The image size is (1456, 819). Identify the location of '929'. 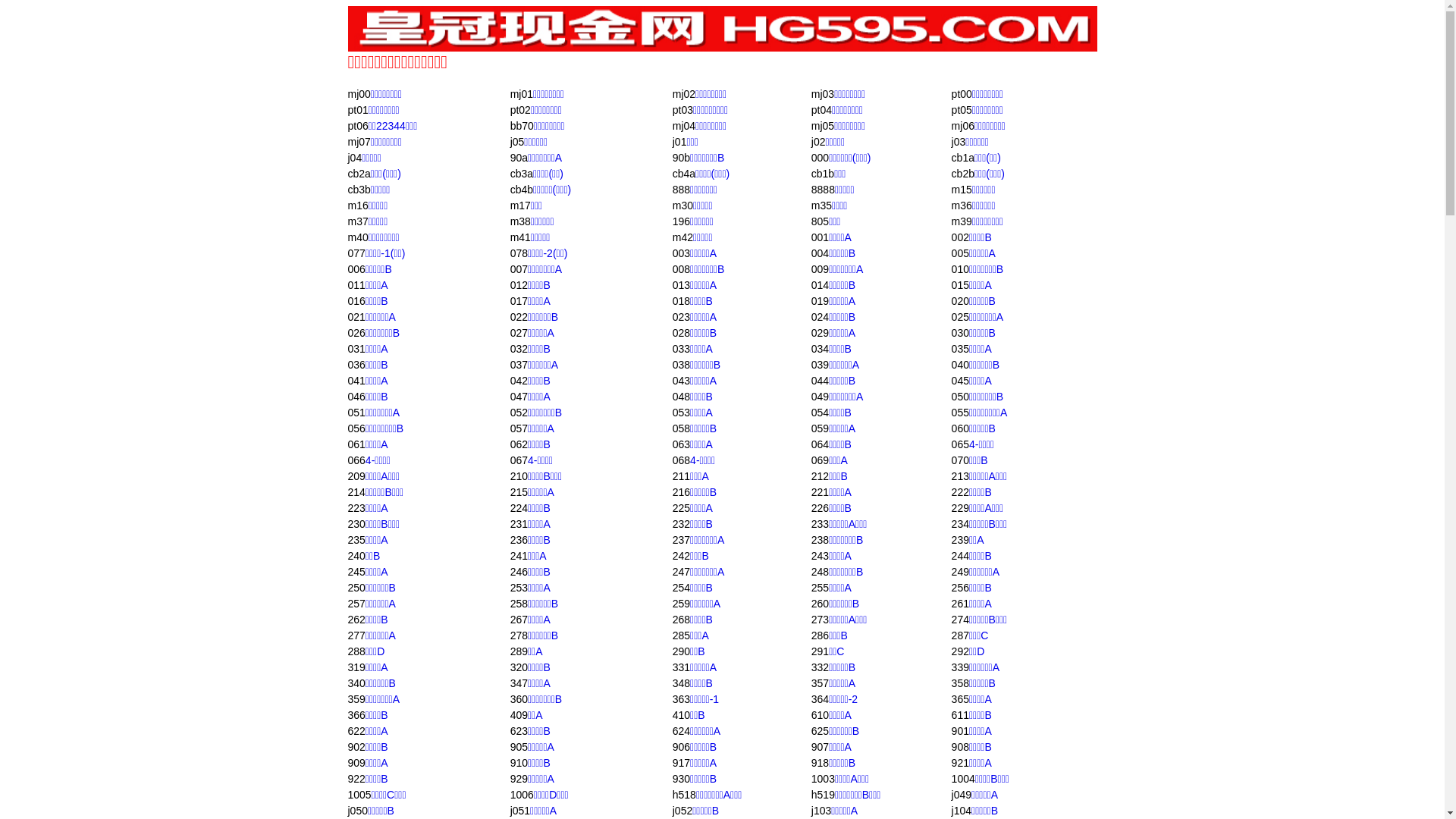
(519, 778).